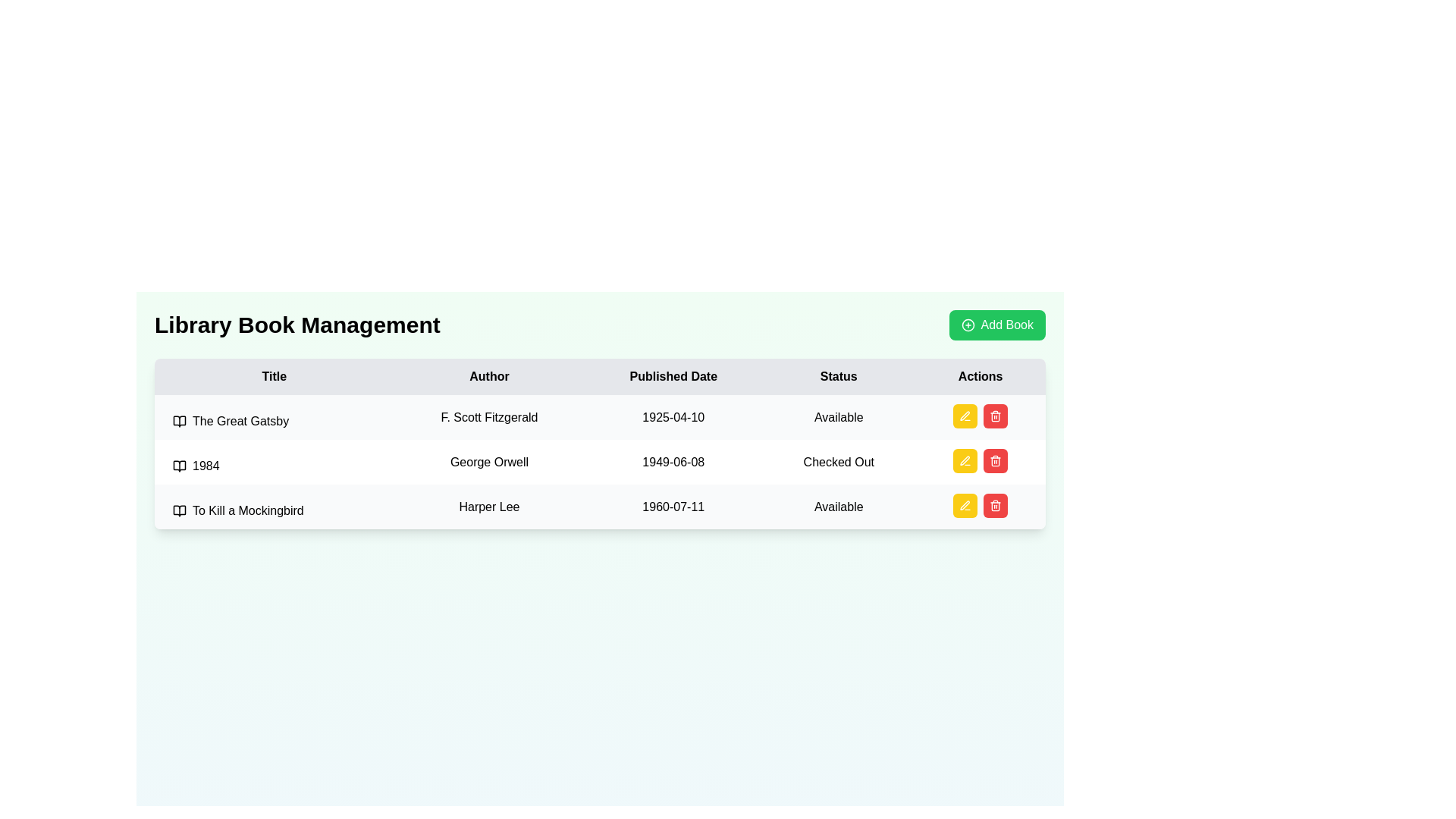 The height and width of the screenshot is (819, 1456). Describe the element at coordinates (673, 417) in the screenshot. I see `the text element displaying '1925-04-10' in the 'Published Date' column of the table for 'The Great Gatsby'` at that location.